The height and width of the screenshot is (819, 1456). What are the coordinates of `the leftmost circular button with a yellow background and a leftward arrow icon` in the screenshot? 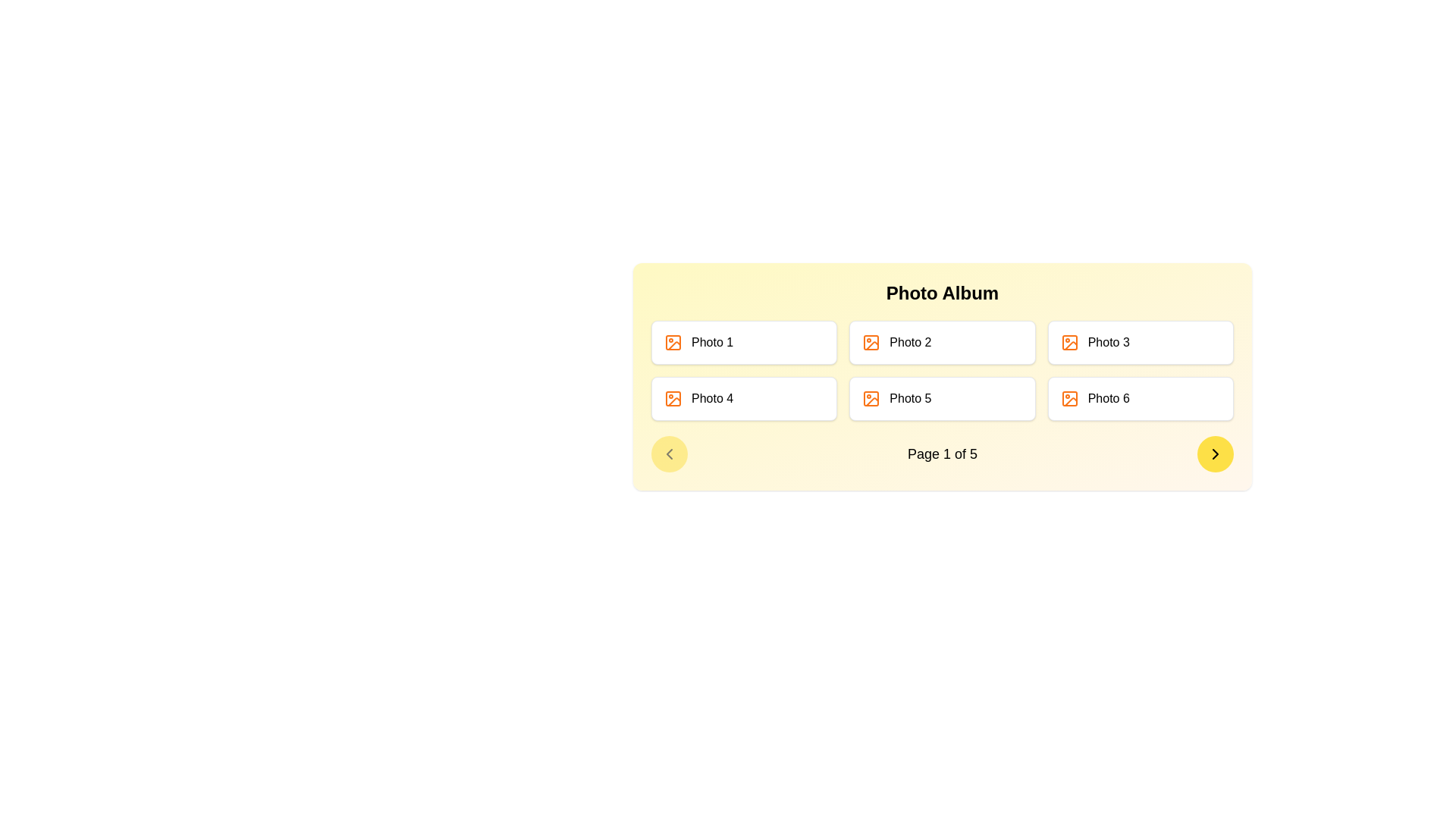 It's located at (669, 453).